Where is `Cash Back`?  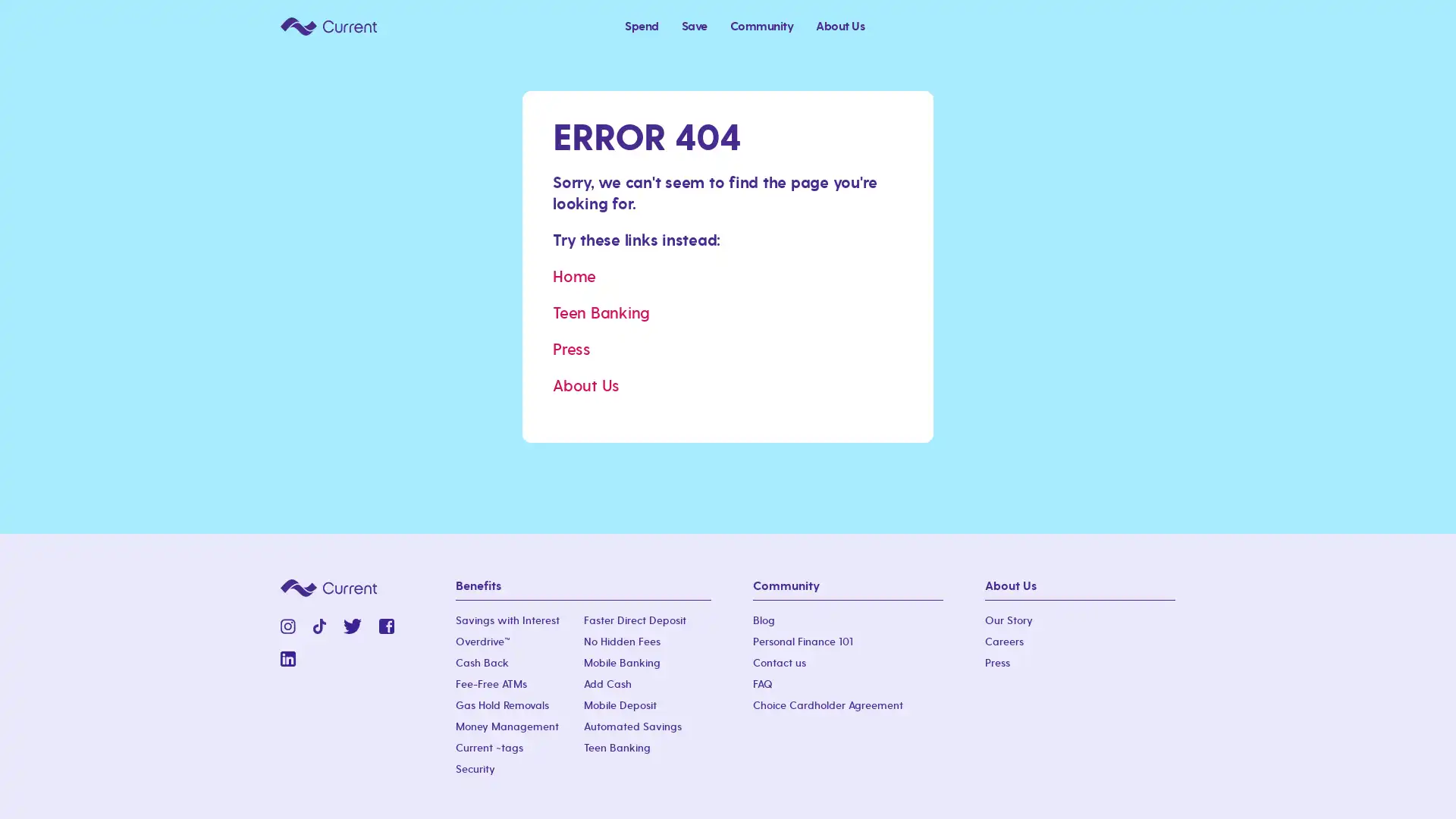
Cash Back is located at coordinates (482, 663).